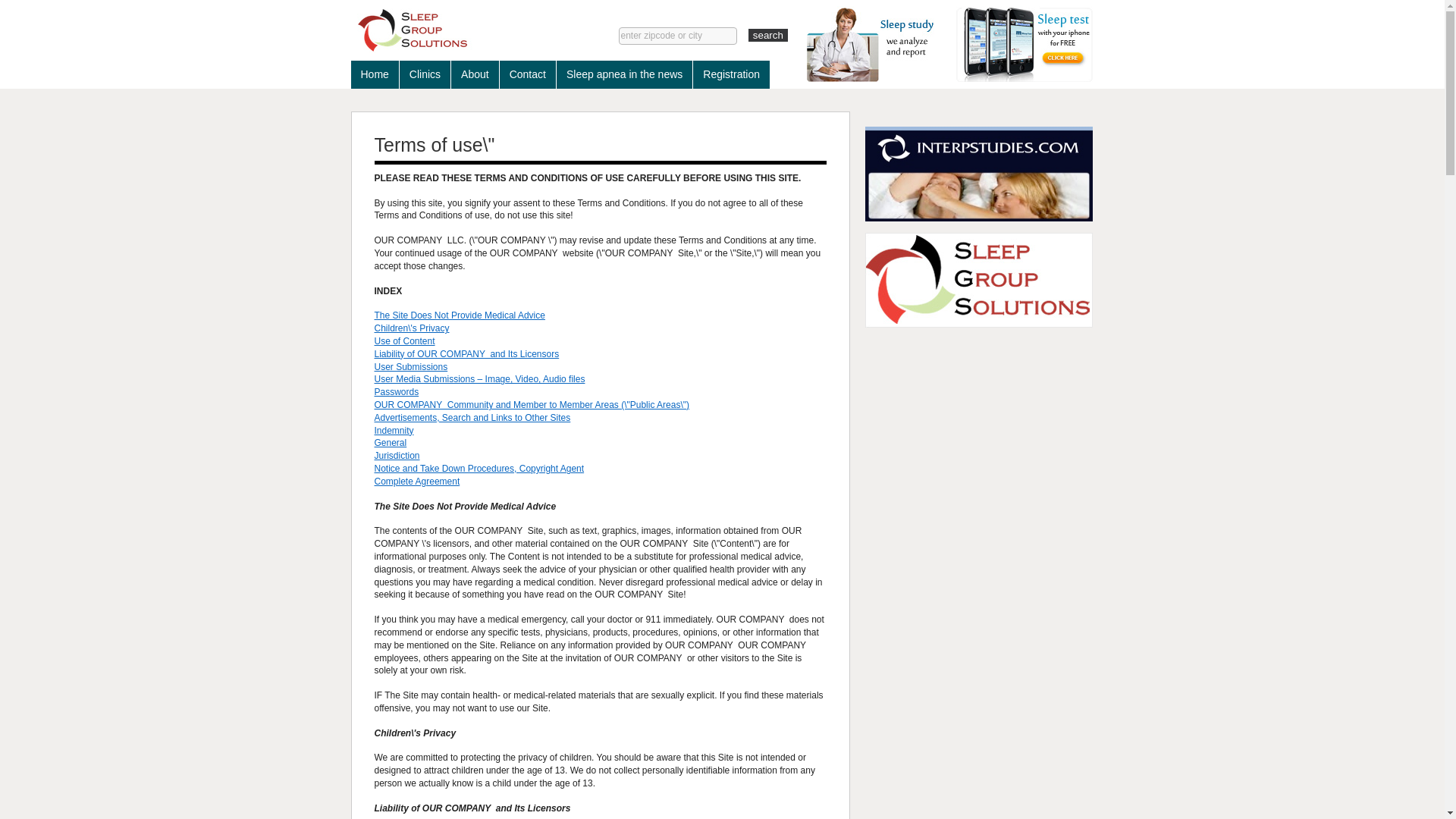 The width and height of the screenshot is (1456, 819). I want to click on 'Registration', so click(731, 74).